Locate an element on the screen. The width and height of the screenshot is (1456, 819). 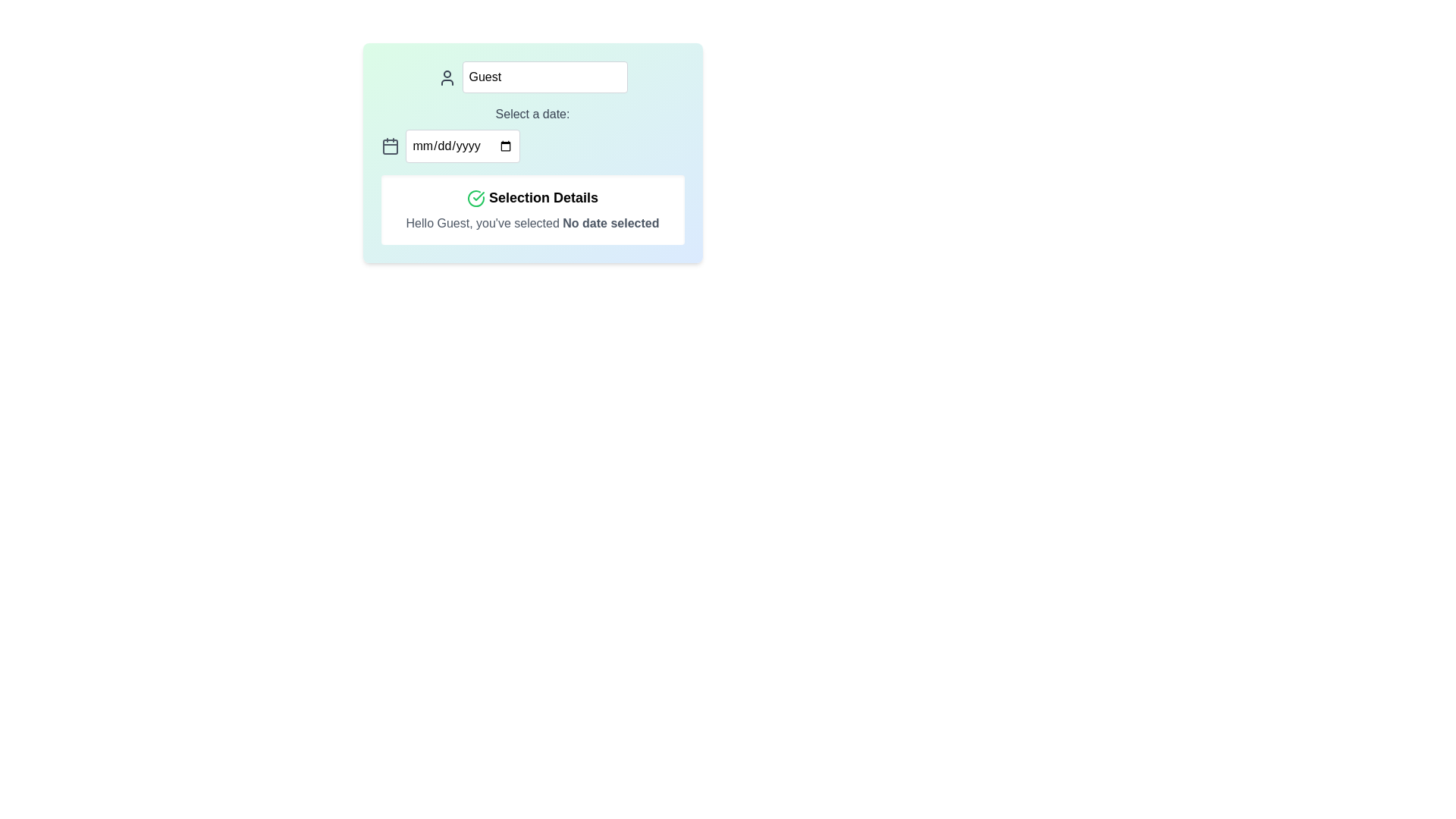
the confirmation icon located within the checkmark icon under the 'Selection Details' heading is located at coordinates (478, 196).